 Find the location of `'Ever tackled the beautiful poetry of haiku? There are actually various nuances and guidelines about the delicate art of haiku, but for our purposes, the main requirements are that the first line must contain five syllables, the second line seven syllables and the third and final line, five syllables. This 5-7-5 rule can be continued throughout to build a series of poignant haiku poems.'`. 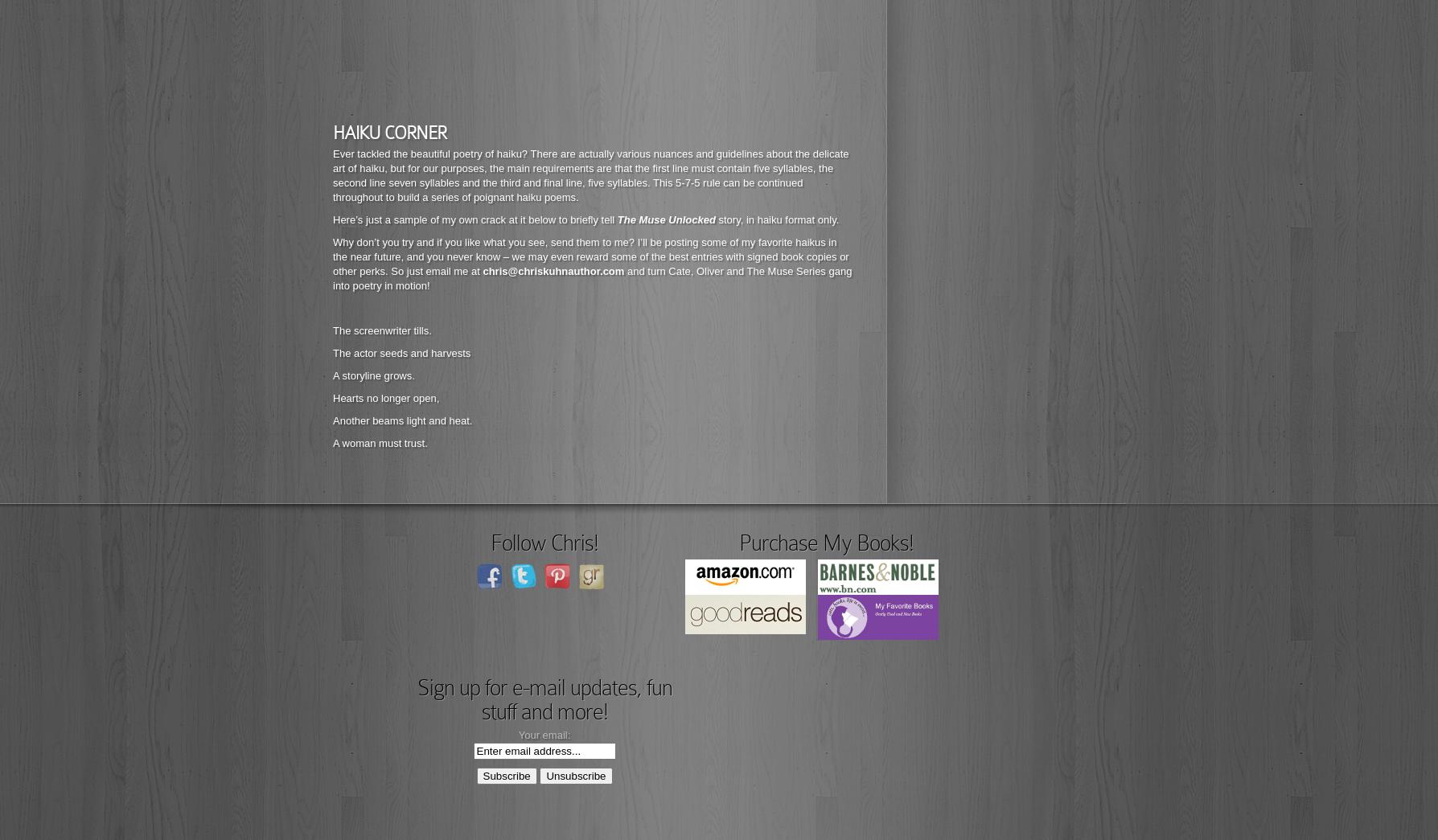

'Ever tackled the beautiful poetry of haiku? There are actually various nuances and guidelines about the delicate art of haiku, but for our purposes, the main requirements are that the first line must contain five syllables, the second line seven syllables and the third and final line, five syllables. This 5-7-5 rule can be continued throughout to build a series of poignant haiku poems.' is located at coordinates (590, 175).